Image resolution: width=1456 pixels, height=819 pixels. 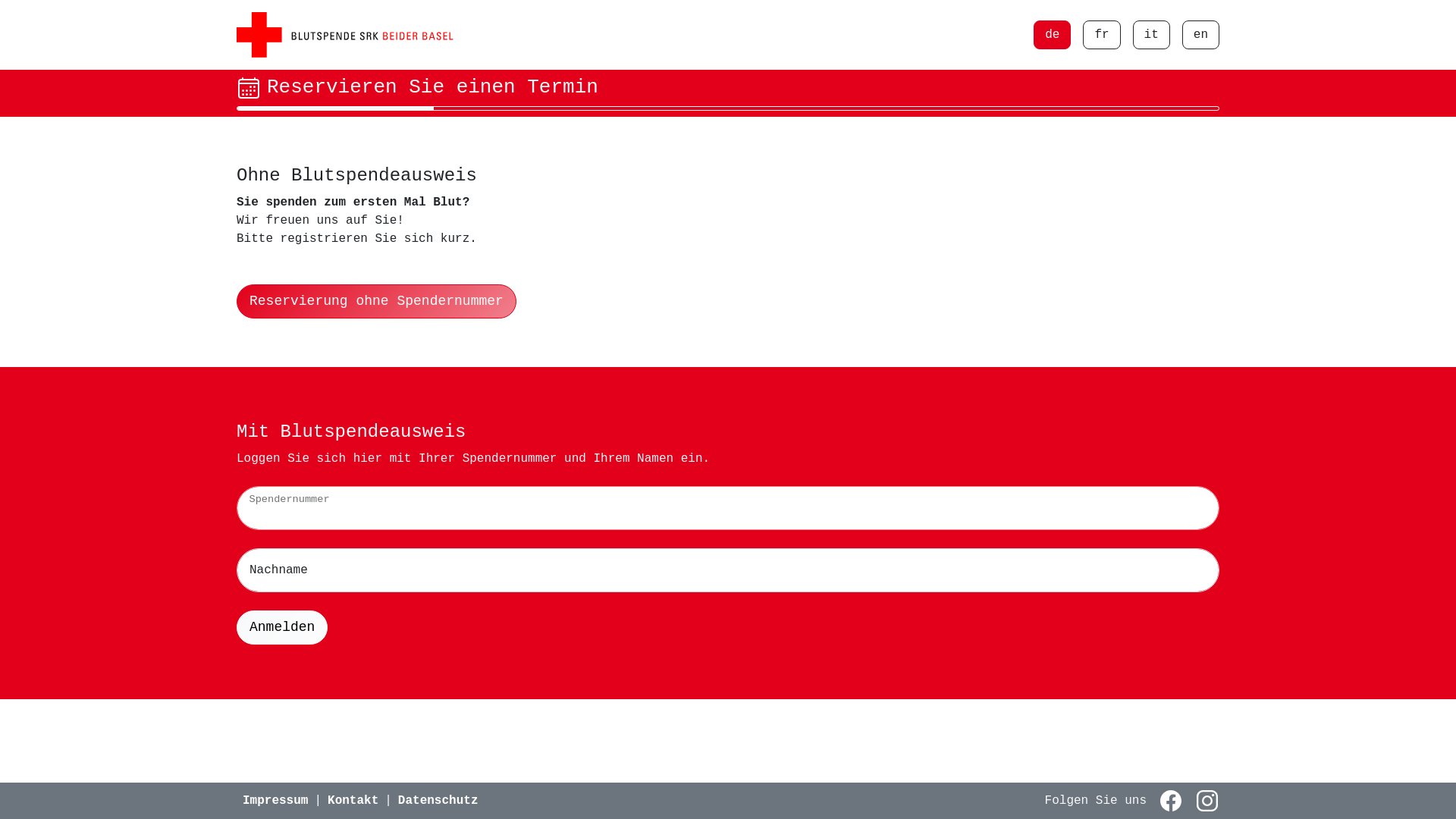 I want to click on 'de', so click(x=1051, y=34).